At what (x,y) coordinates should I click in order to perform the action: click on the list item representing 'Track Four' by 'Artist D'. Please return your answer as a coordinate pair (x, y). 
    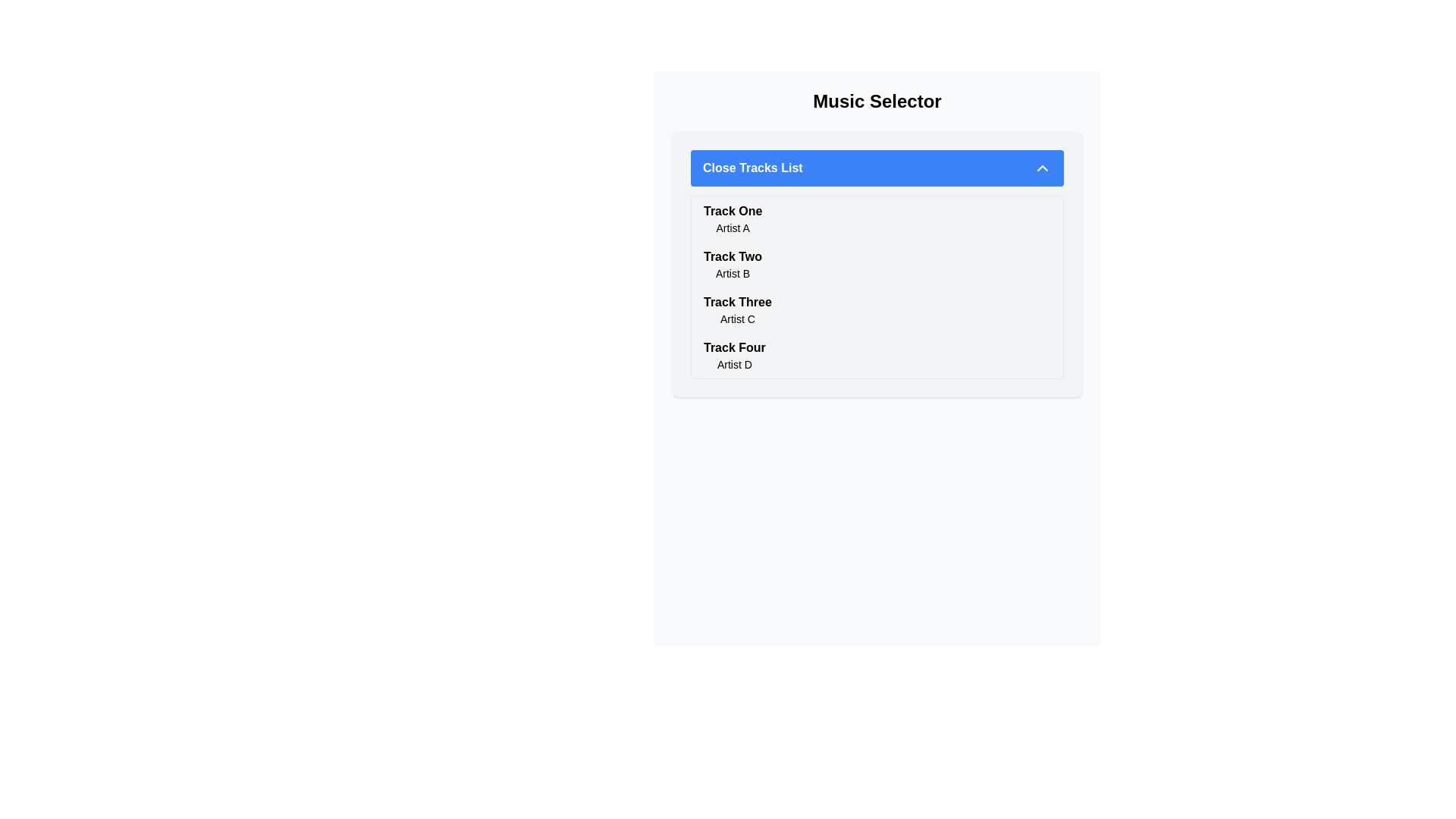
    Looking at the image, I should click on (877, 356).